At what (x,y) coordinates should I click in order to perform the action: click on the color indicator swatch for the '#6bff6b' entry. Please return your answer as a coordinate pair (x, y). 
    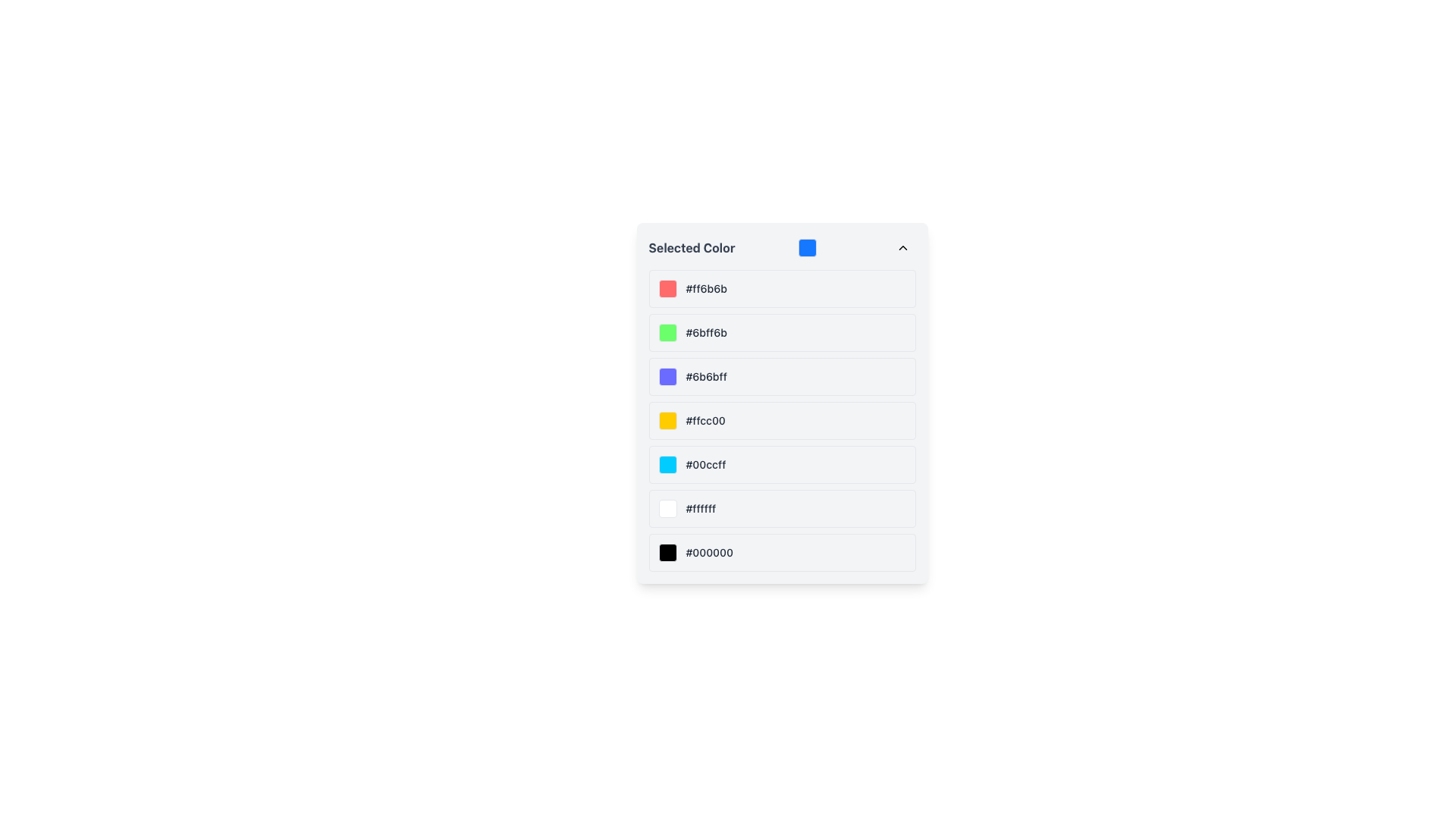
    Looking at the image, I should click on (667, 332).